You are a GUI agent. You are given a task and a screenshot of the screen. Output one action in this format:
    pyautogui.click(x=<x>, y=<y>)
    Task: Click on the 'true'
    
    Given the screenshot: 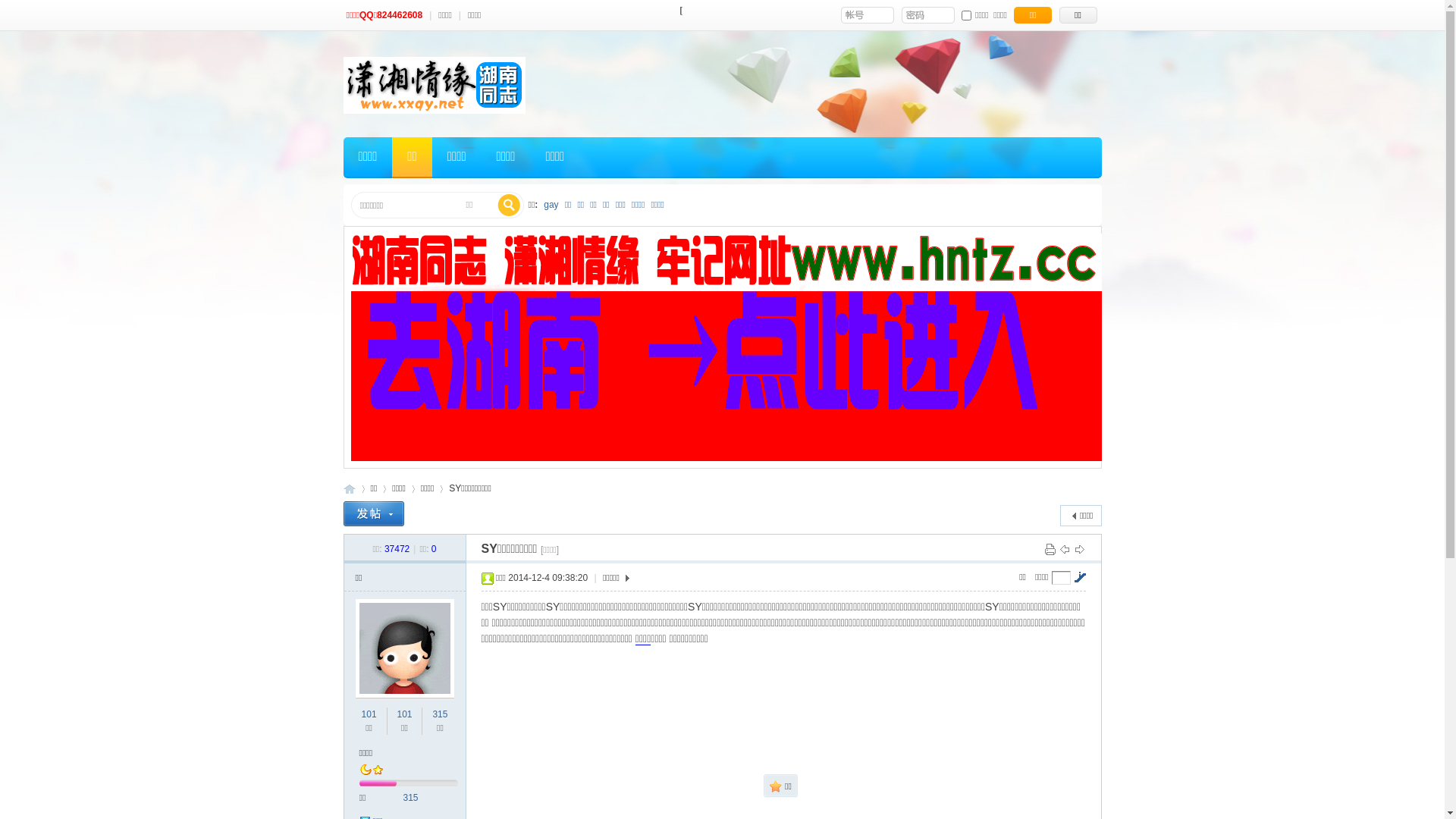 What is the action you would take?
    pyautogui.click(x=509, y=205)
    